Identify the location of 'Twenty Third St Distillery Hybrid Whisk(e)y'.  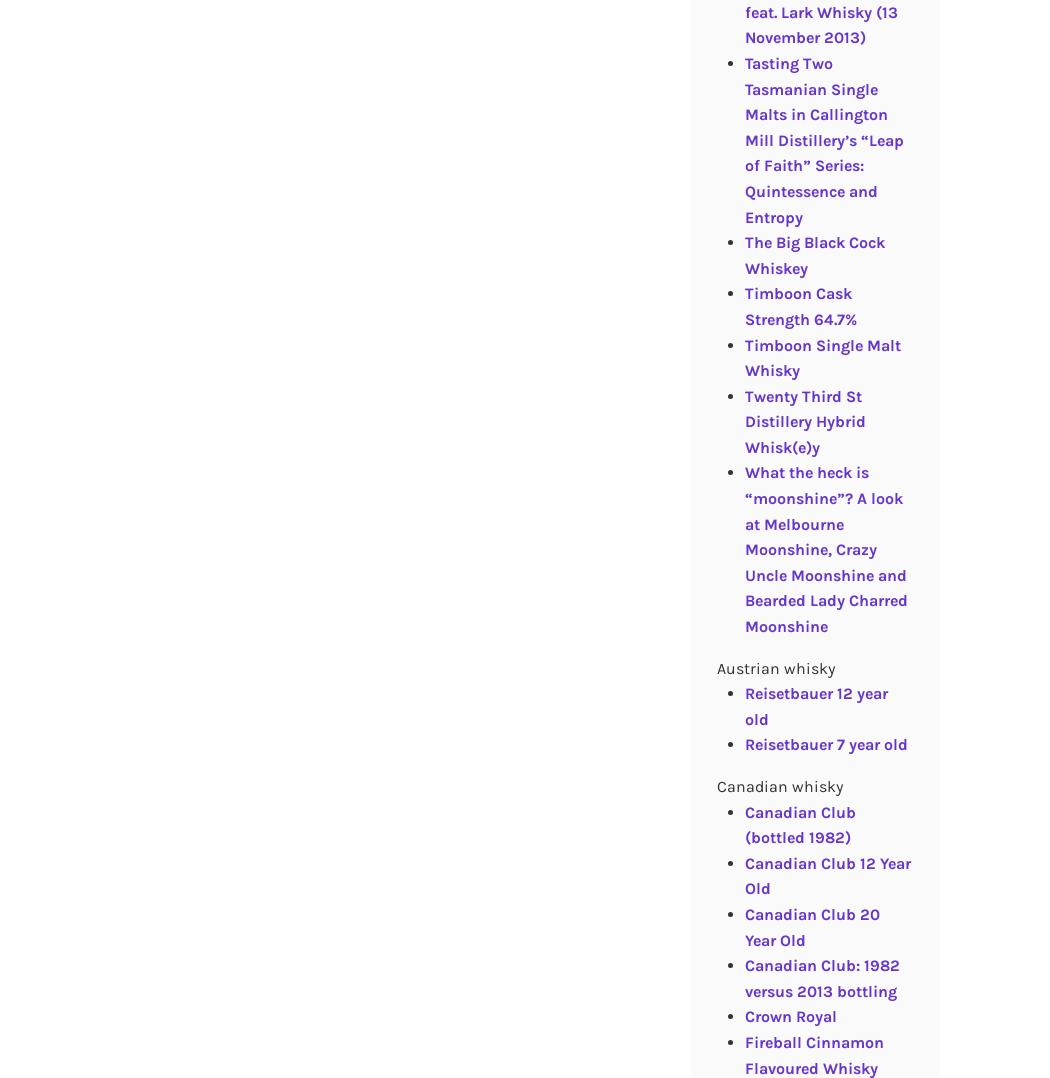
(803, 419).